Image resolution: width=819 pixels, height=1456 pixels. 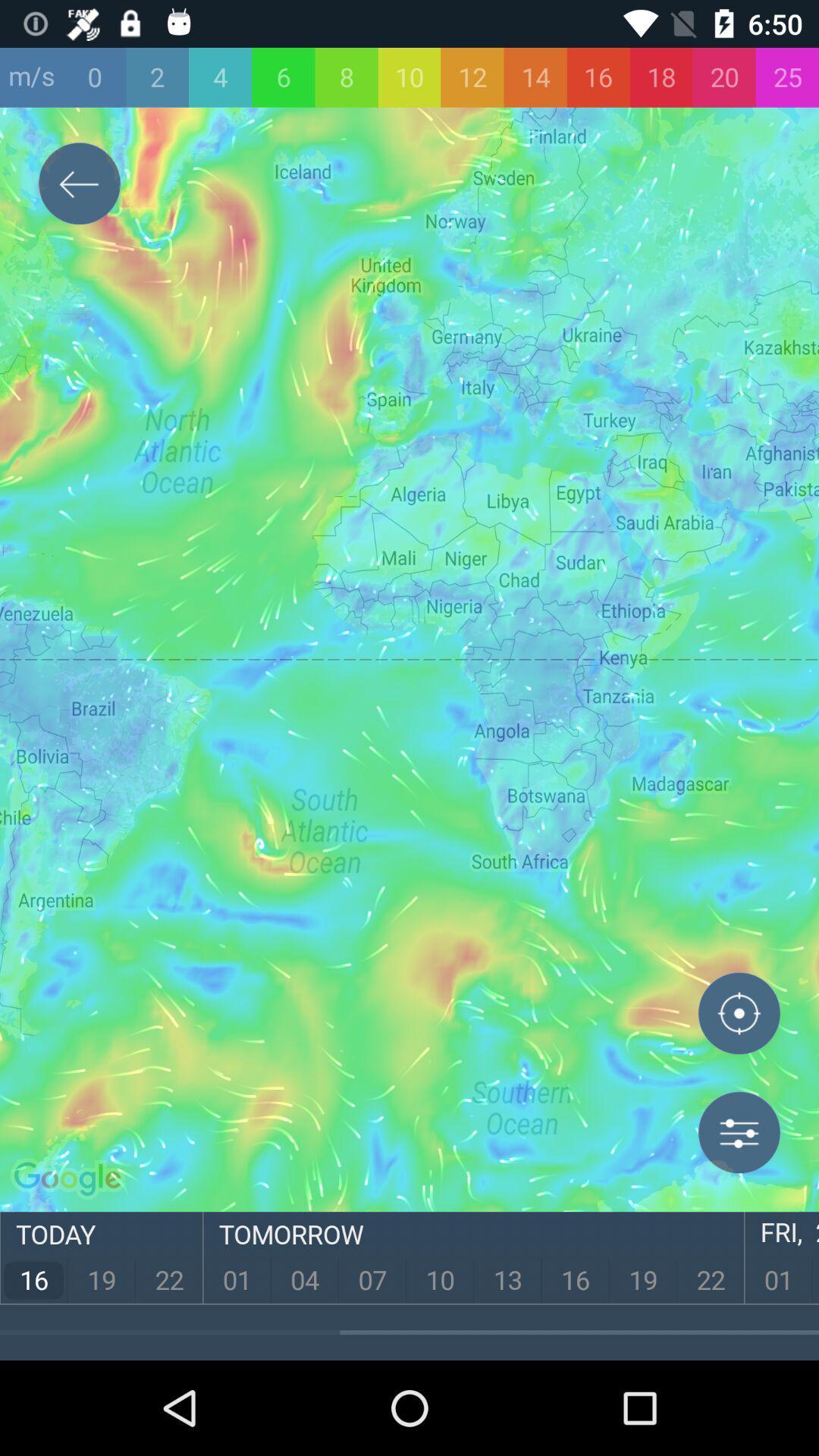 What do you see at coordinates (79, 186) in the screenshot?
I see `the arrow_backward icon` at bounding box center [79, 186].